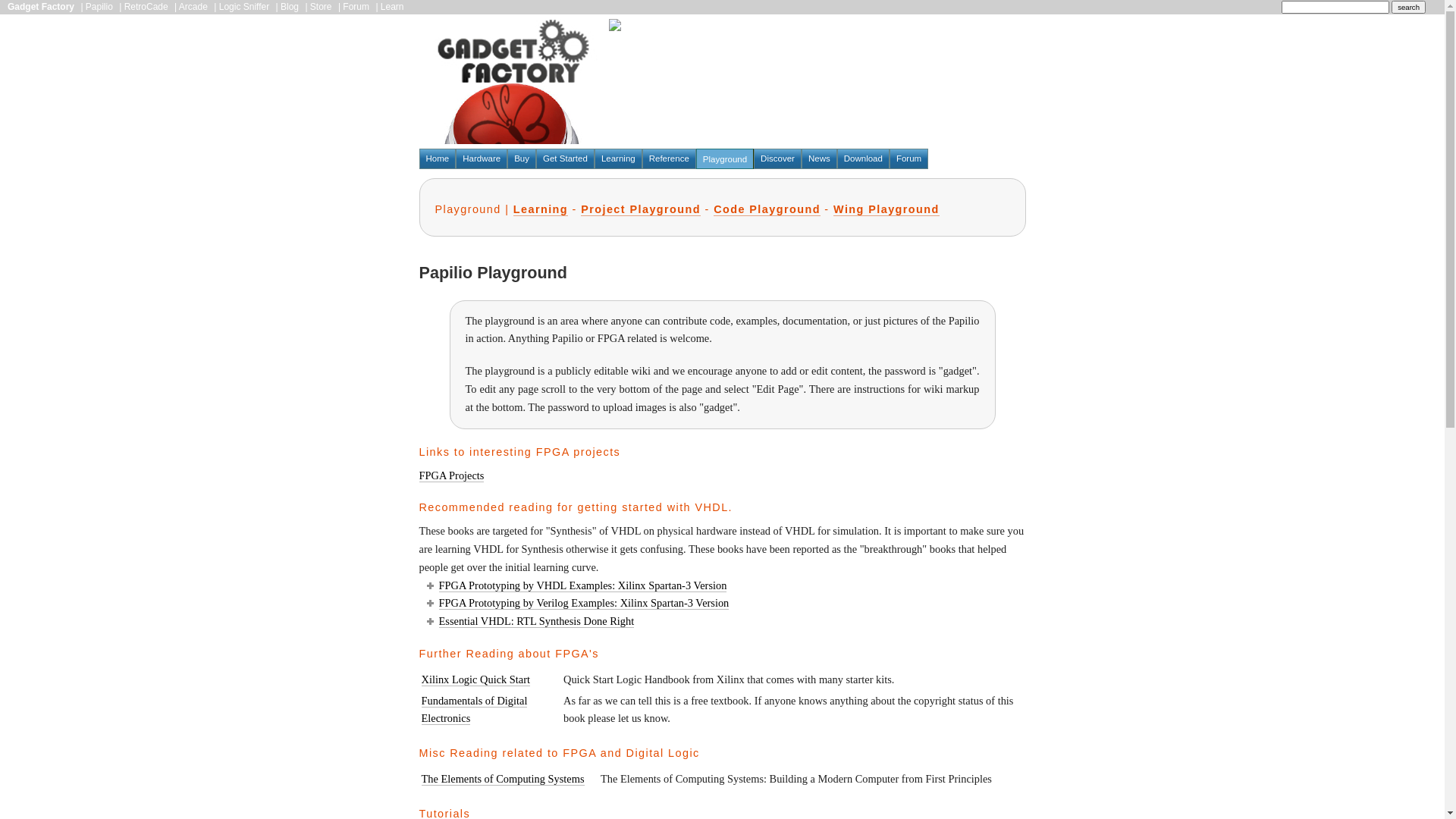  I want to click on 'search', so click(1407, 7).